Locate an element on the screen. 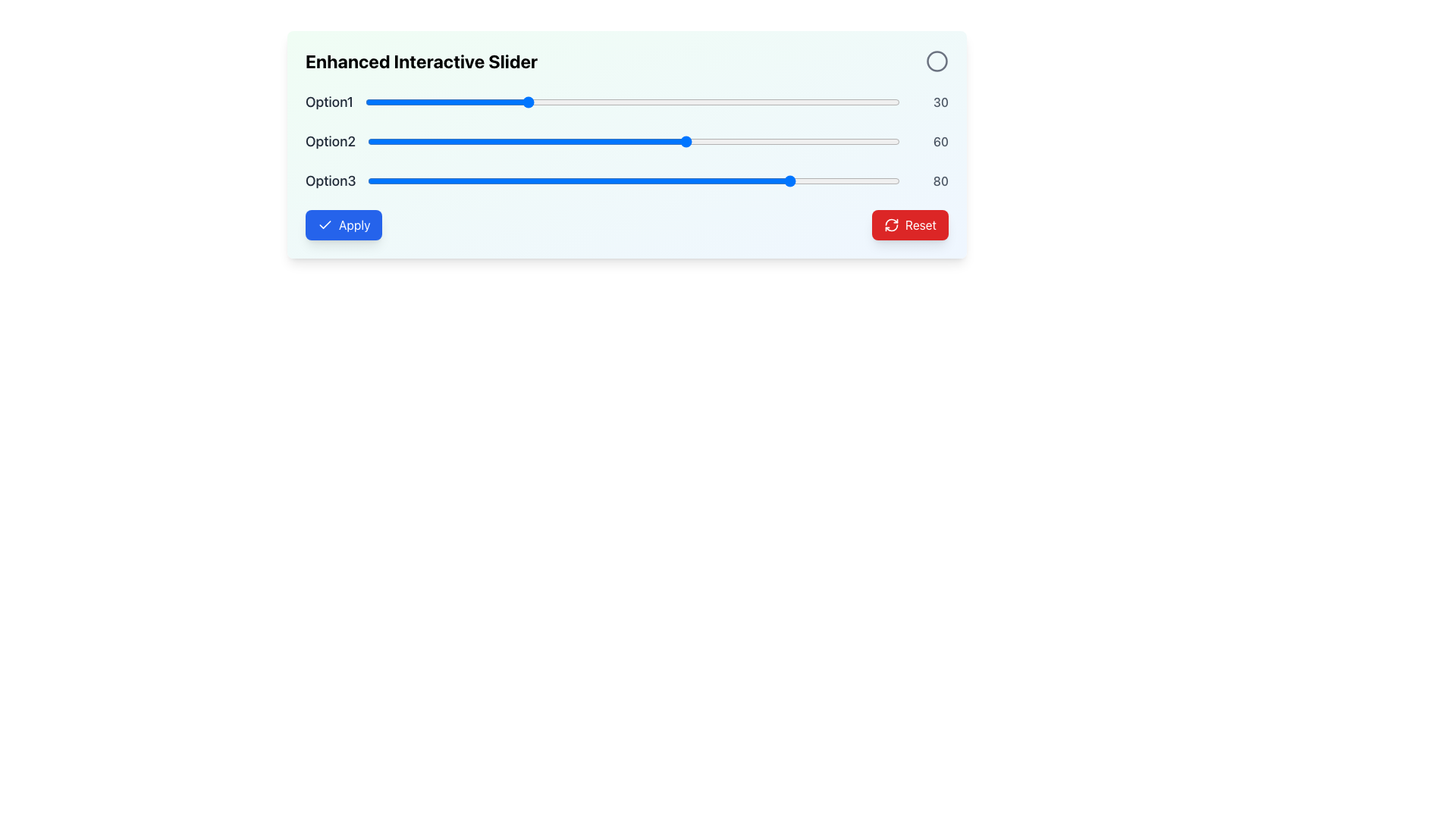  the interactive slider for 'Option1' is located at coordinates (626, 102).